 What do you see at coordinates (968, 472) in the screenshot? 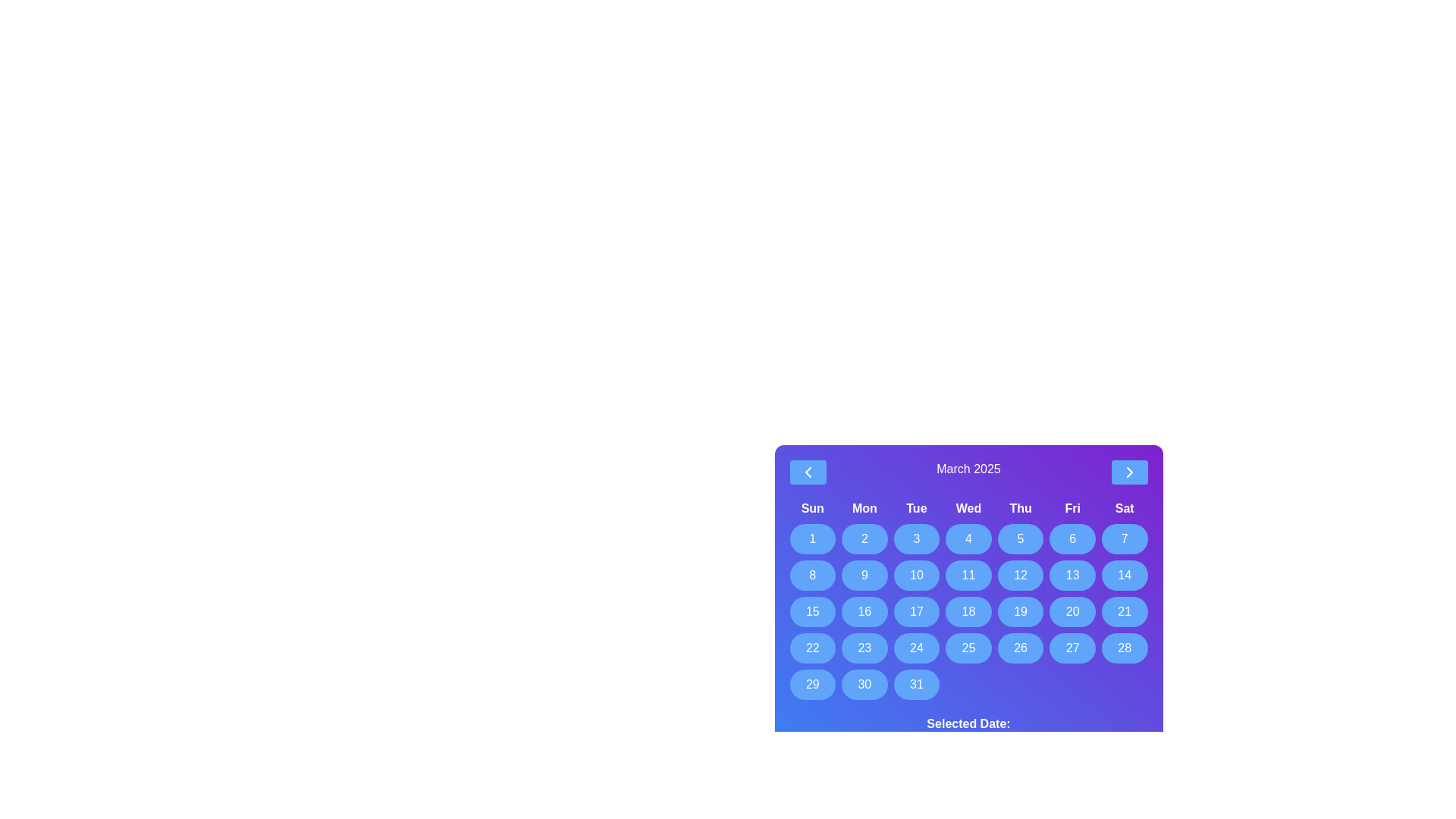
I see `the calendar title label that indicates the currently displayed month and year, centrally located at the top of the calendar component` at bounding box center [968, 472].